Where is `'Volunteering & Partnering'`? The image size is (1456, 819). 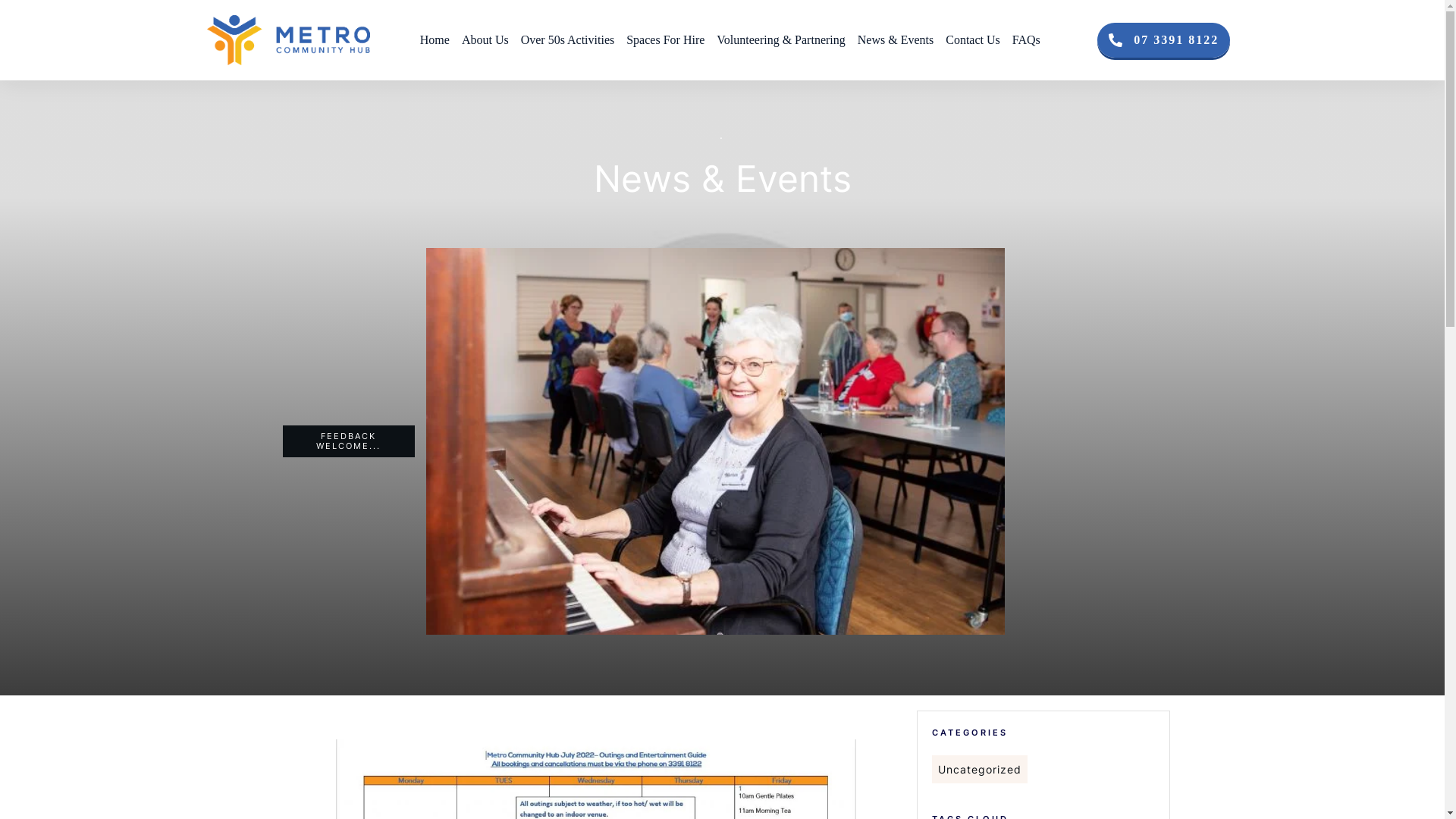 'Volunteering & Partnering' is located at coordinates (716, 39).